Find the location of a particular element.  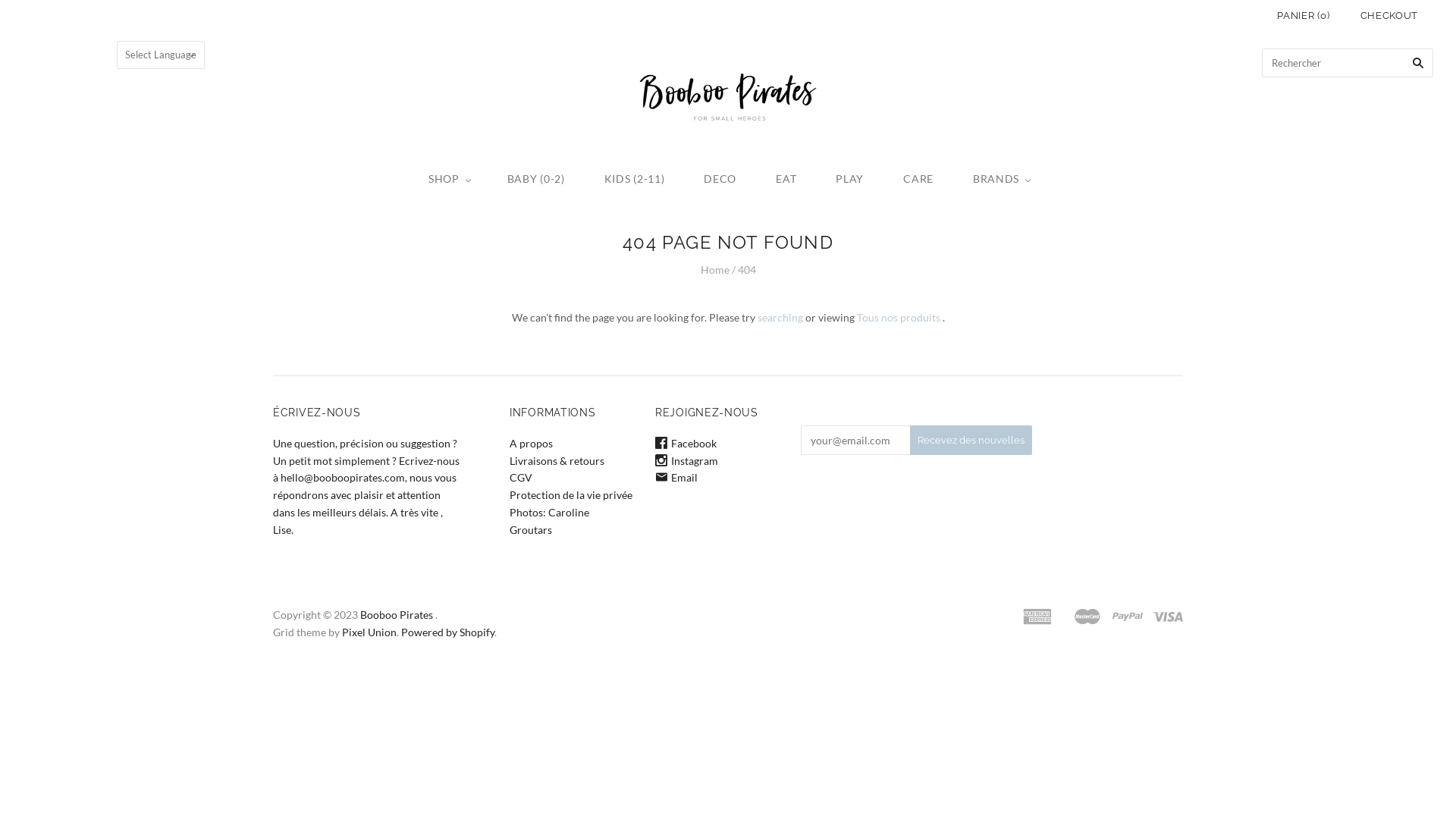

'BRANDS' is located at coordinates (1000, 178).